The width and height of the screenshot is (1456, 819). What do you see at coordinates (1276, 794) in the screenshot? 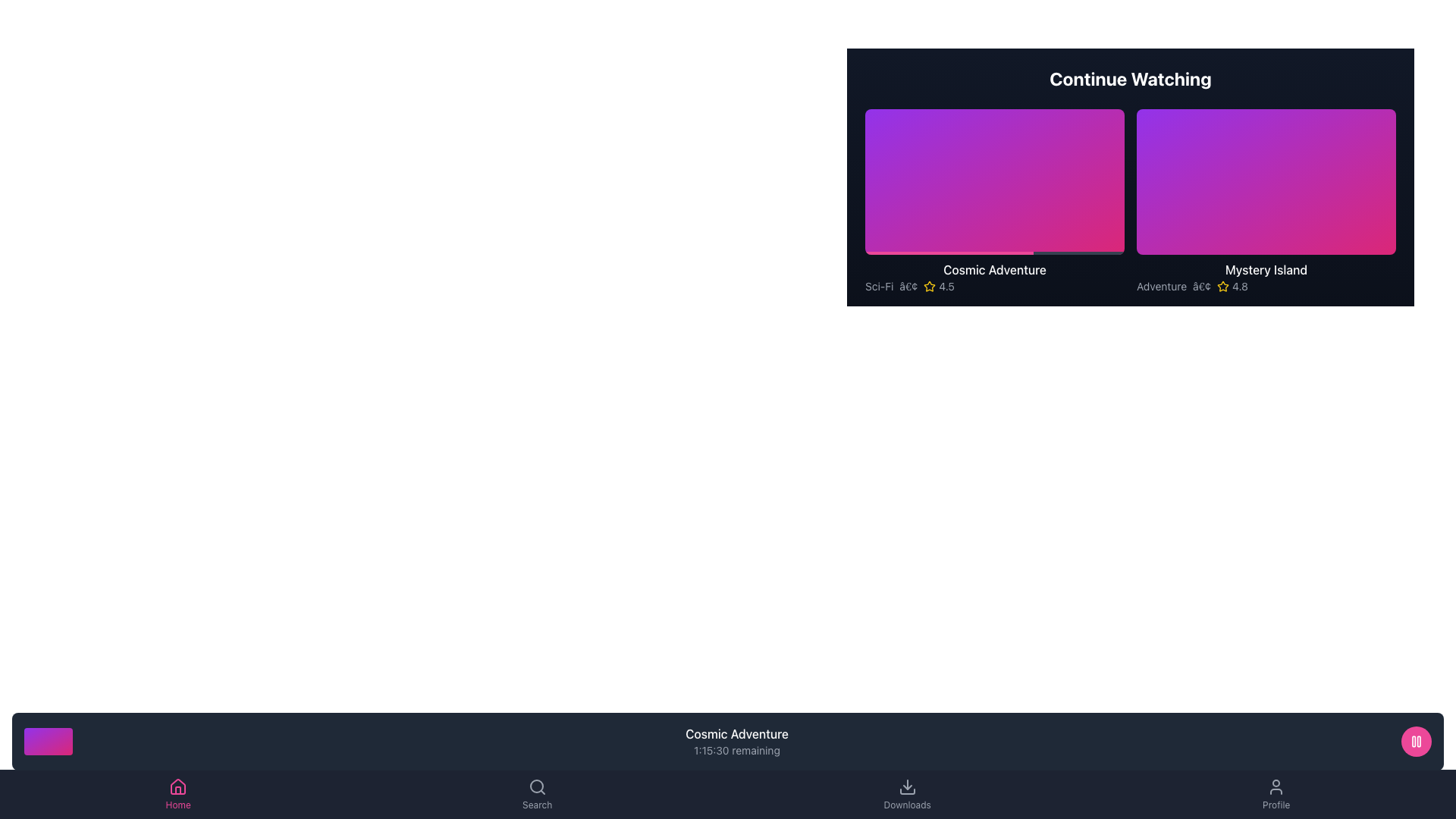
I see `the navigation button located in the bottom navigation bar on the far-right side` at bounding box center [1276, 794].